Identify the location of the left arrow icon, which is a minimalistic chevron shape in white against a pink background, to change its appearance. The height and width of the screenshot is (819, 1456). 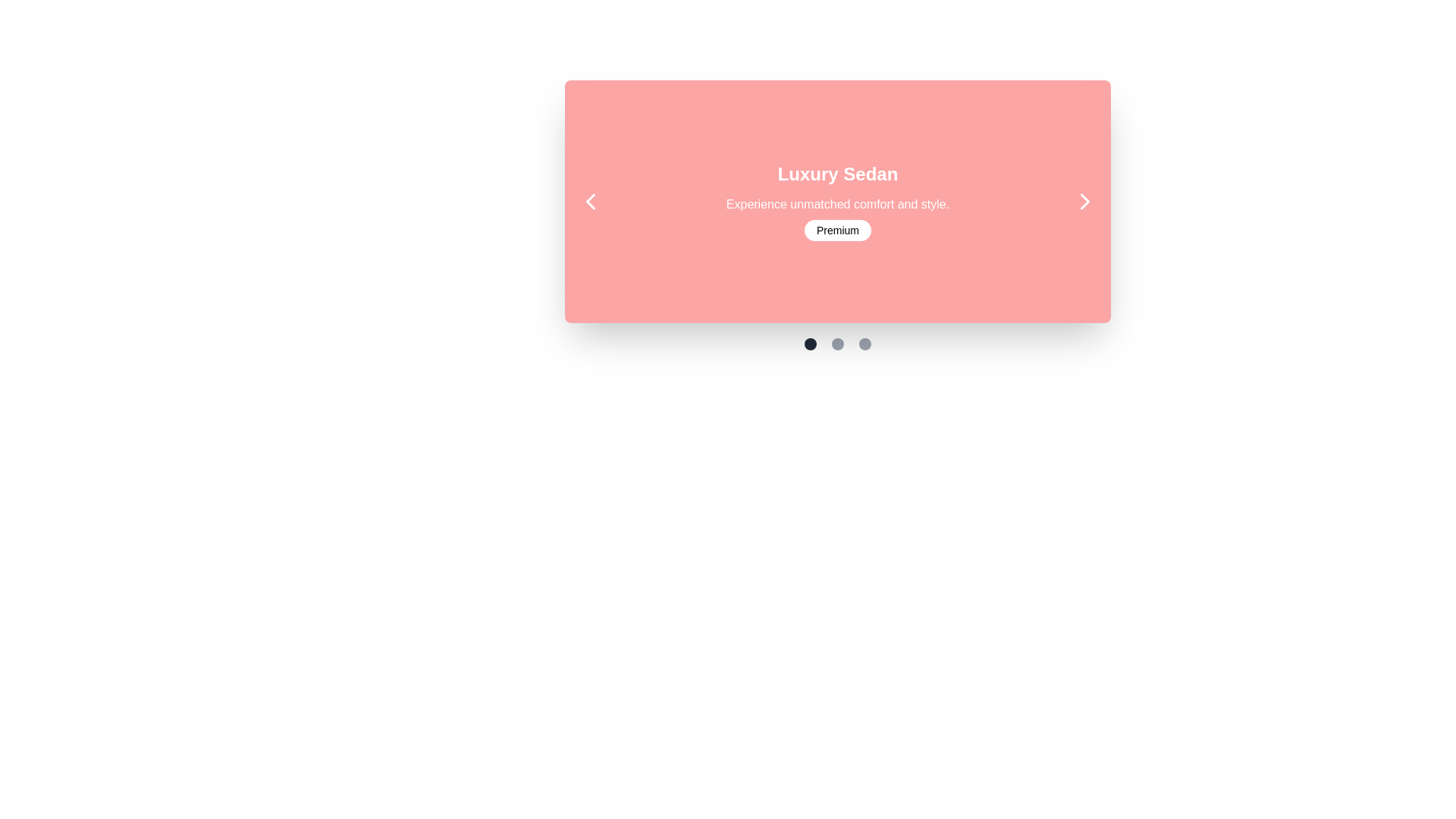
(589, 201).